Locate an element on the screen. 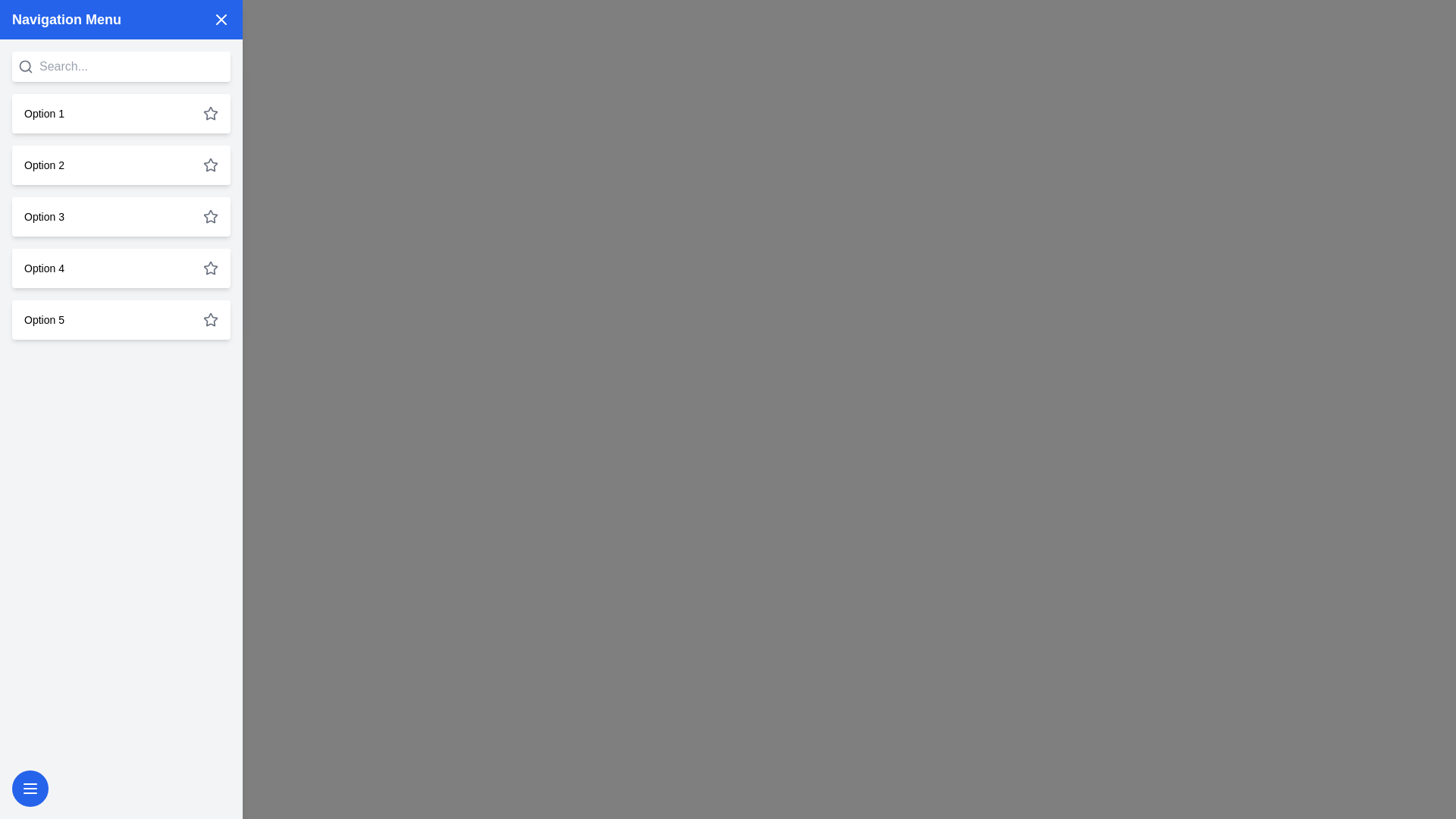 The width and height of the screenshot is (1456, 819). the close button located at the top-right corner of the navigation menu is located at coordinates (221, 20).